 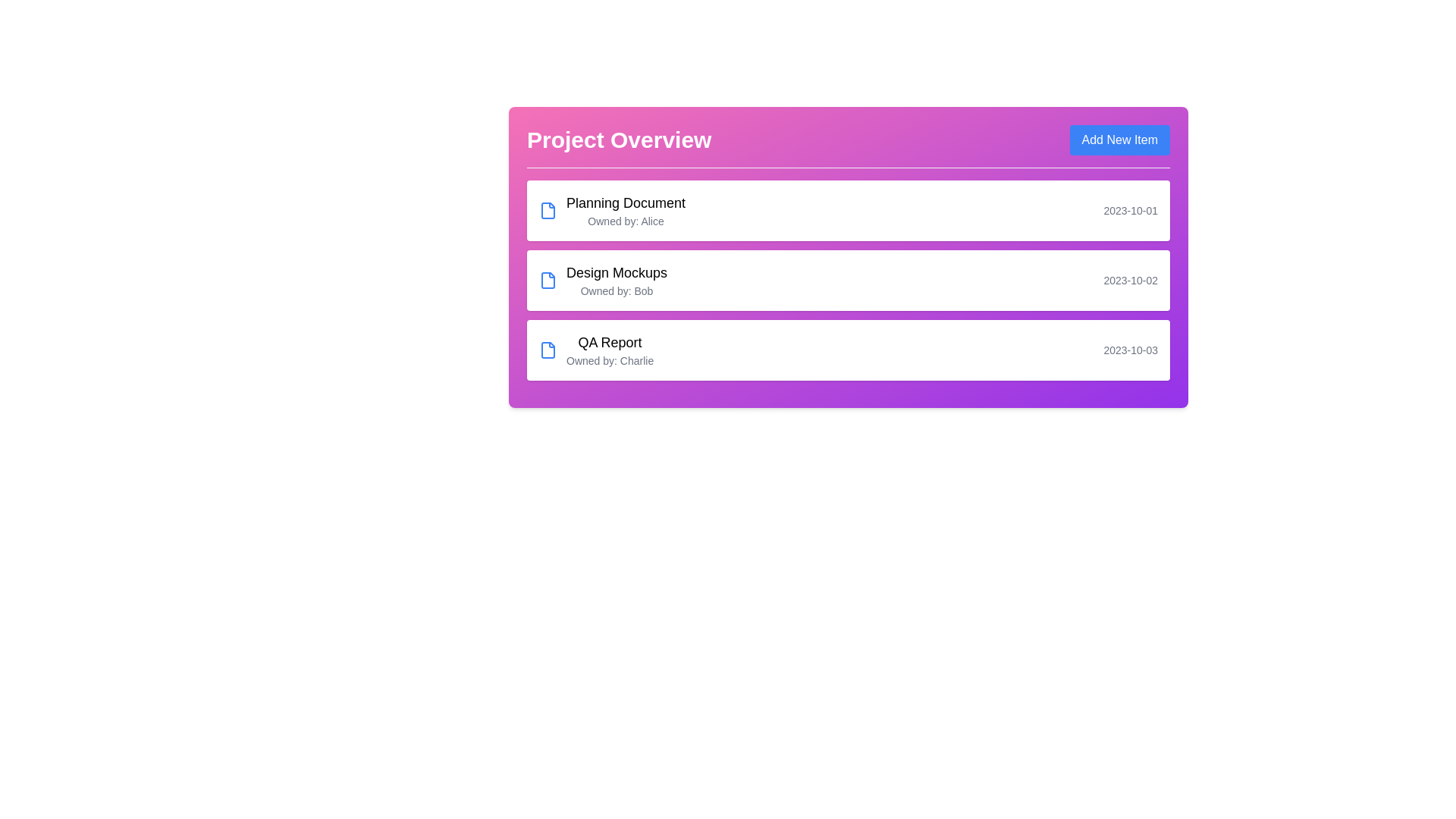 What do you see at coordinates (548, 210) in the screenshot?
I see `the blue outlined icon resembling a file document located at the top left corner of the 'Planning Document' entry in the vertical list under 'Project Overview'` at bounding box center [548, 210].